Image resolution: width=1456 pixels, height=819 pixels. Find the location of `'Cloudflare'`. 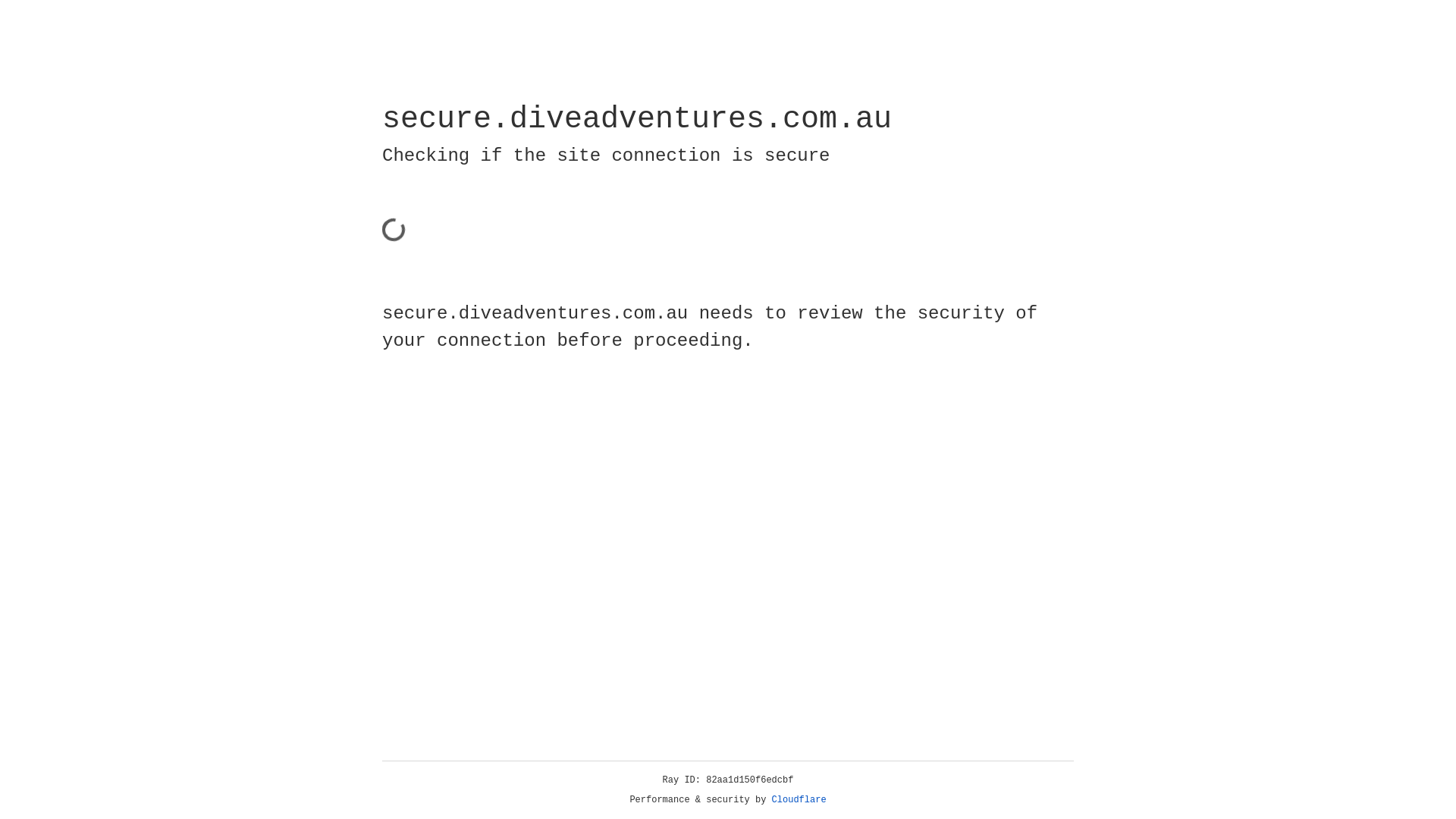

'Cloudflare' is located at coordinates (799, 799).